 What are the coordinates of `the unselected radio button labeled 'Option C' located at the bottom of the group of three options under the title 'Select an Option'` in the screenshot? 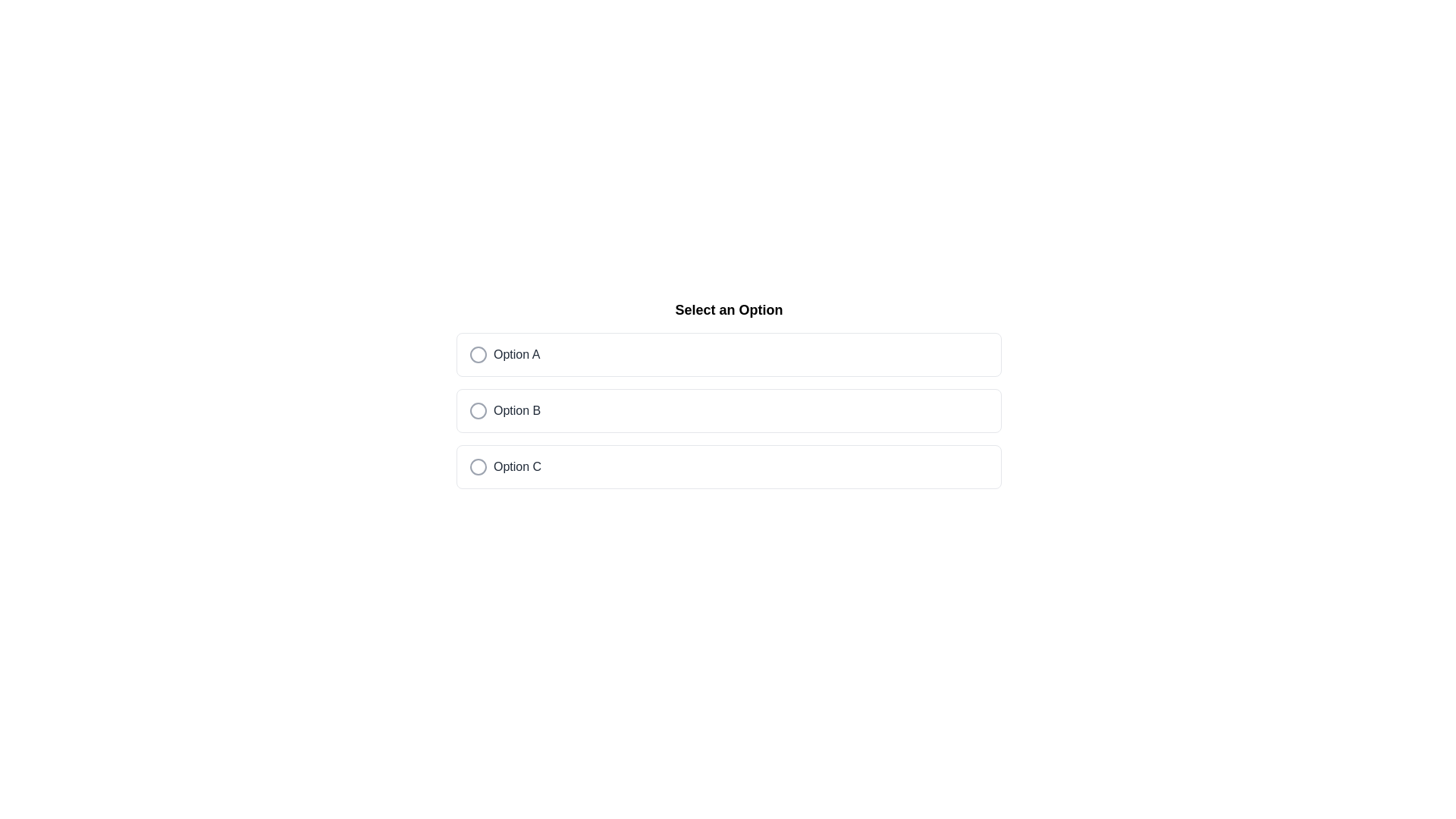 It's located at (729, 466).